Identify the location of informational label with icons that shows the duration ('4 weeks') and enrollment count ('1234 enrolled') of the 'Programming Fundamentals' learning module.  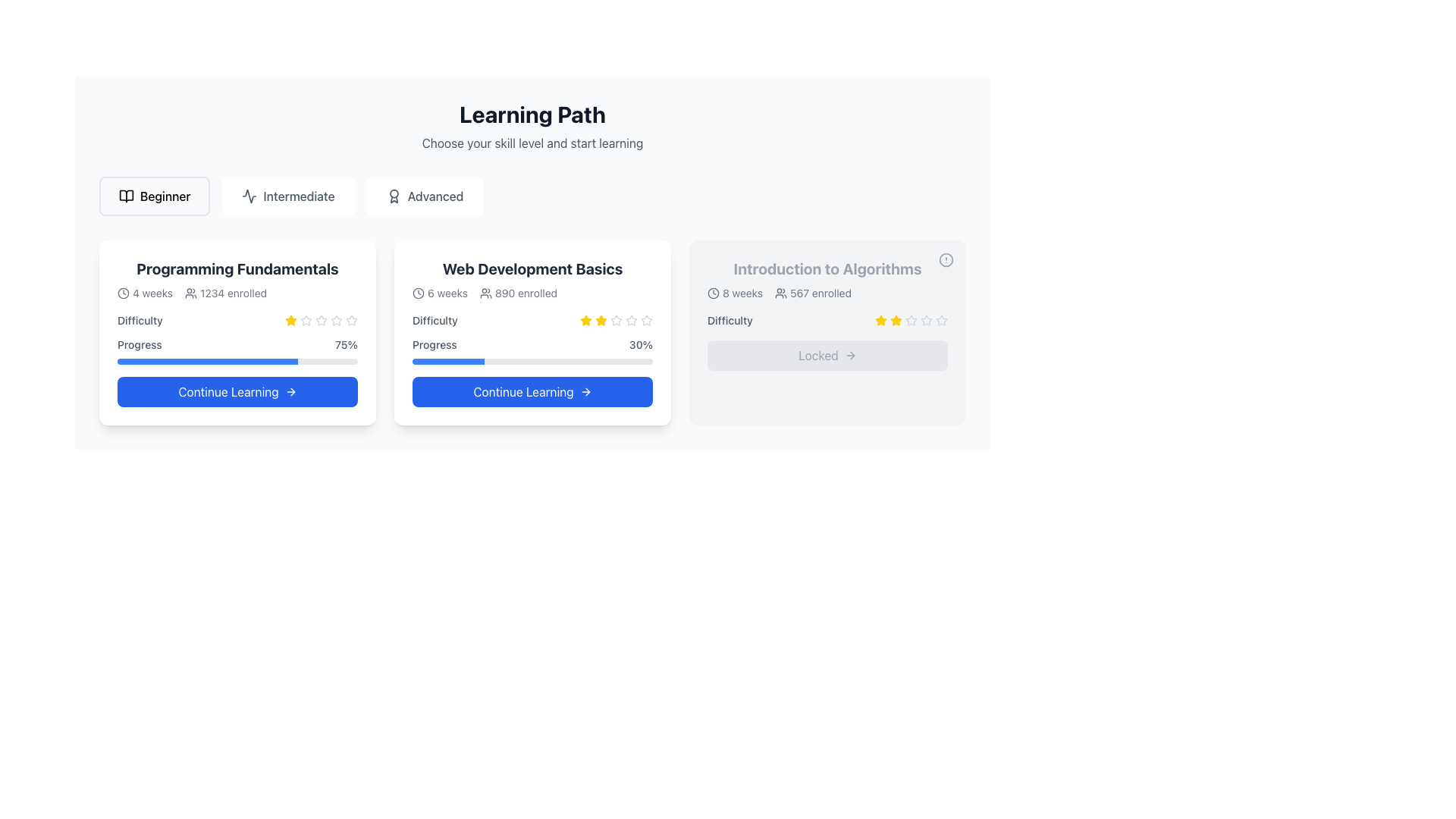
(237, 293).